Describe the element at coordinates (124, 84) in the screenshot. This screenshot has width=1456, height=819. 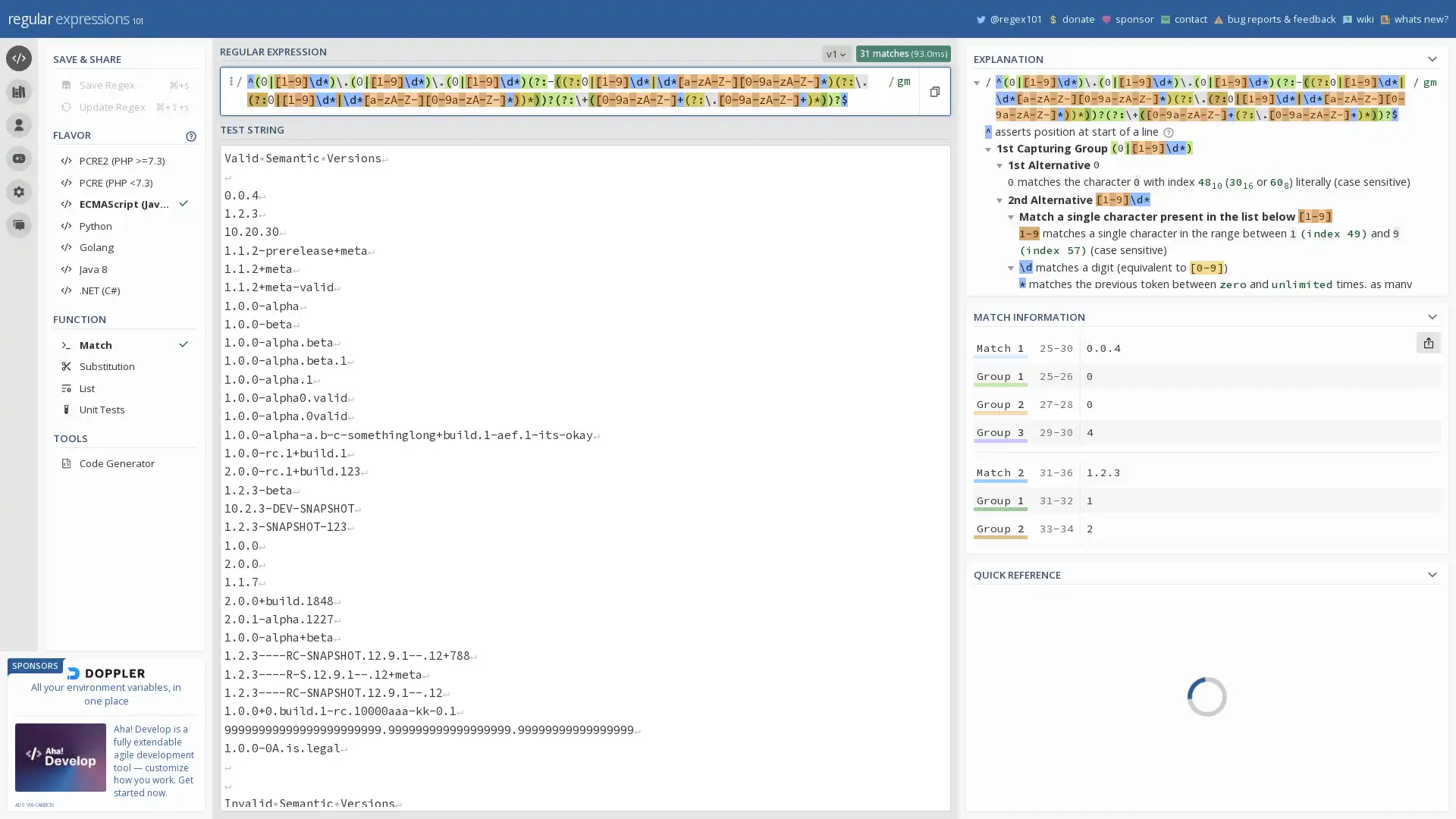
I see `Save Regex +s` at that location.